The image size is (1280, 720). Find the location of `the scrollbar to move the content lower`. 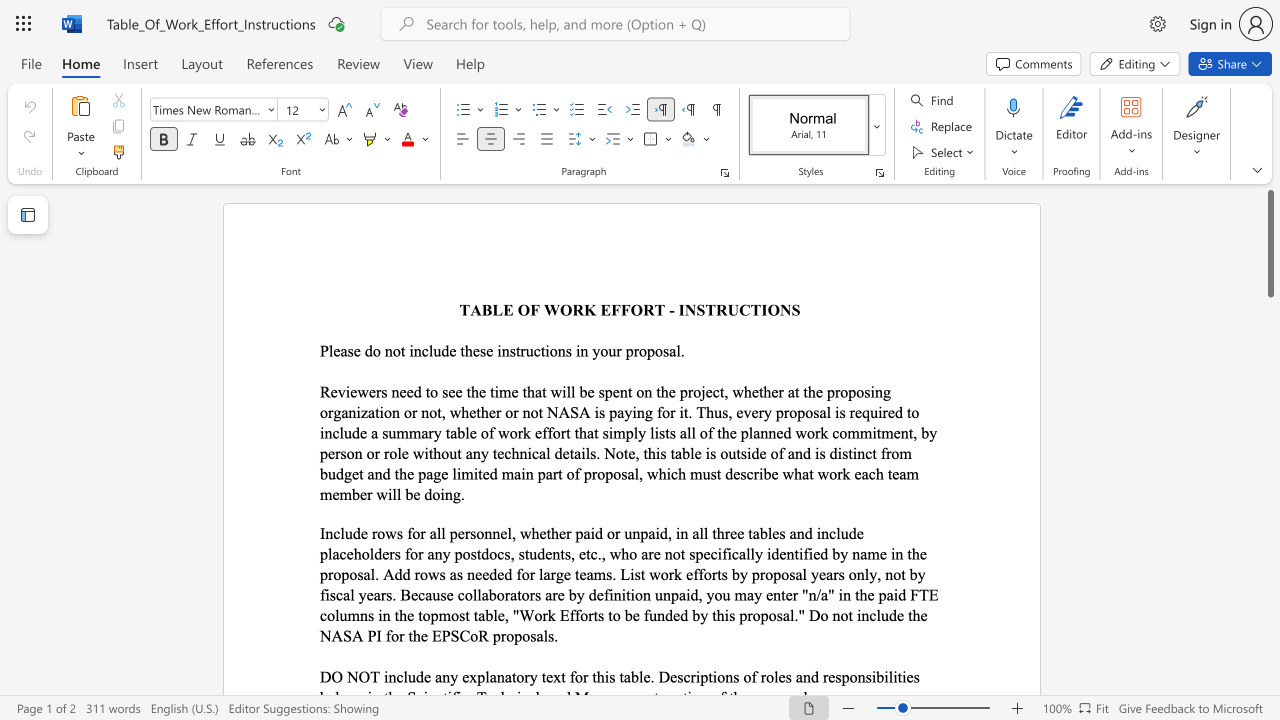

the scrollbar to move the content lower is located at coordinates (1269, 560).